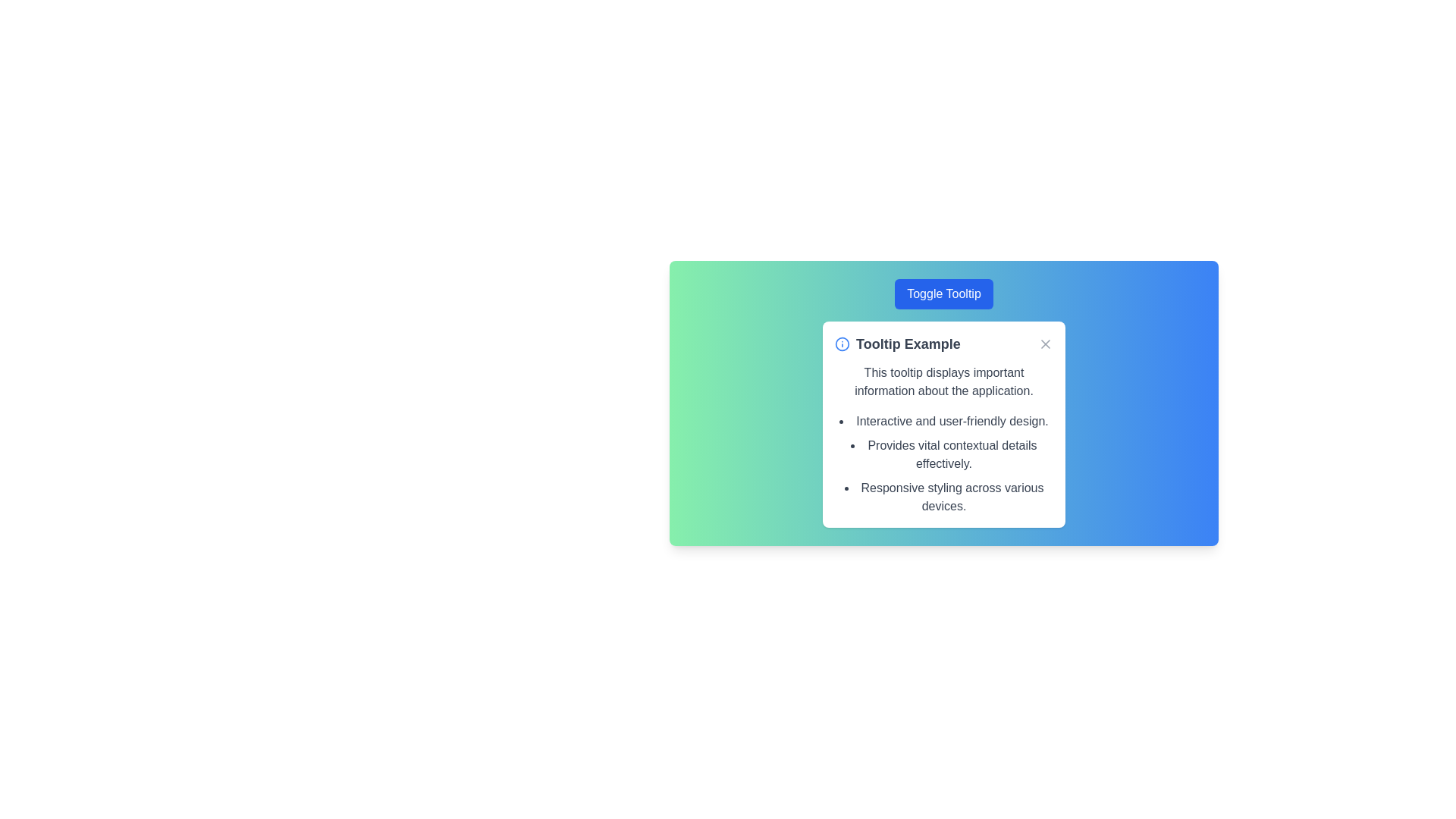 The height and width of the screenshot is (819, 1456). What do you see at coordinates (1044, 344) in the screenshot?
I see `the Close Button icon, which is a small diagonal cross mark located in the top-right corner of the tooltip titled 'Tooltip Example'` at bounding box center [1044, 344].